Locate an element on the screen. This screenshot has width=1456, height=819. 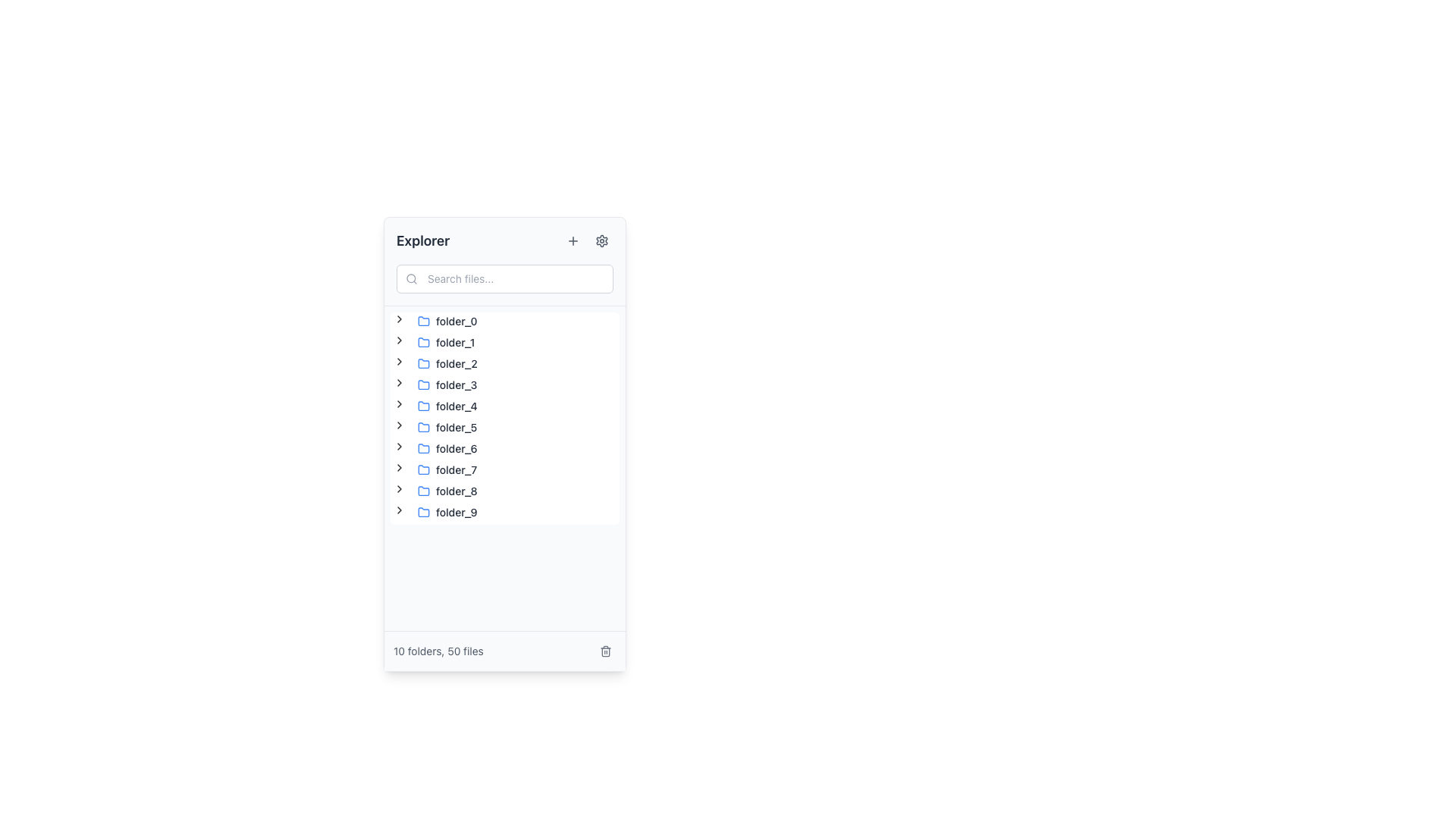
the trash can delete icon button located at the bottom-right corner of the panel, which features a minimalist design and a gray color indicating a disabled state is located at coordinates (604, 651).